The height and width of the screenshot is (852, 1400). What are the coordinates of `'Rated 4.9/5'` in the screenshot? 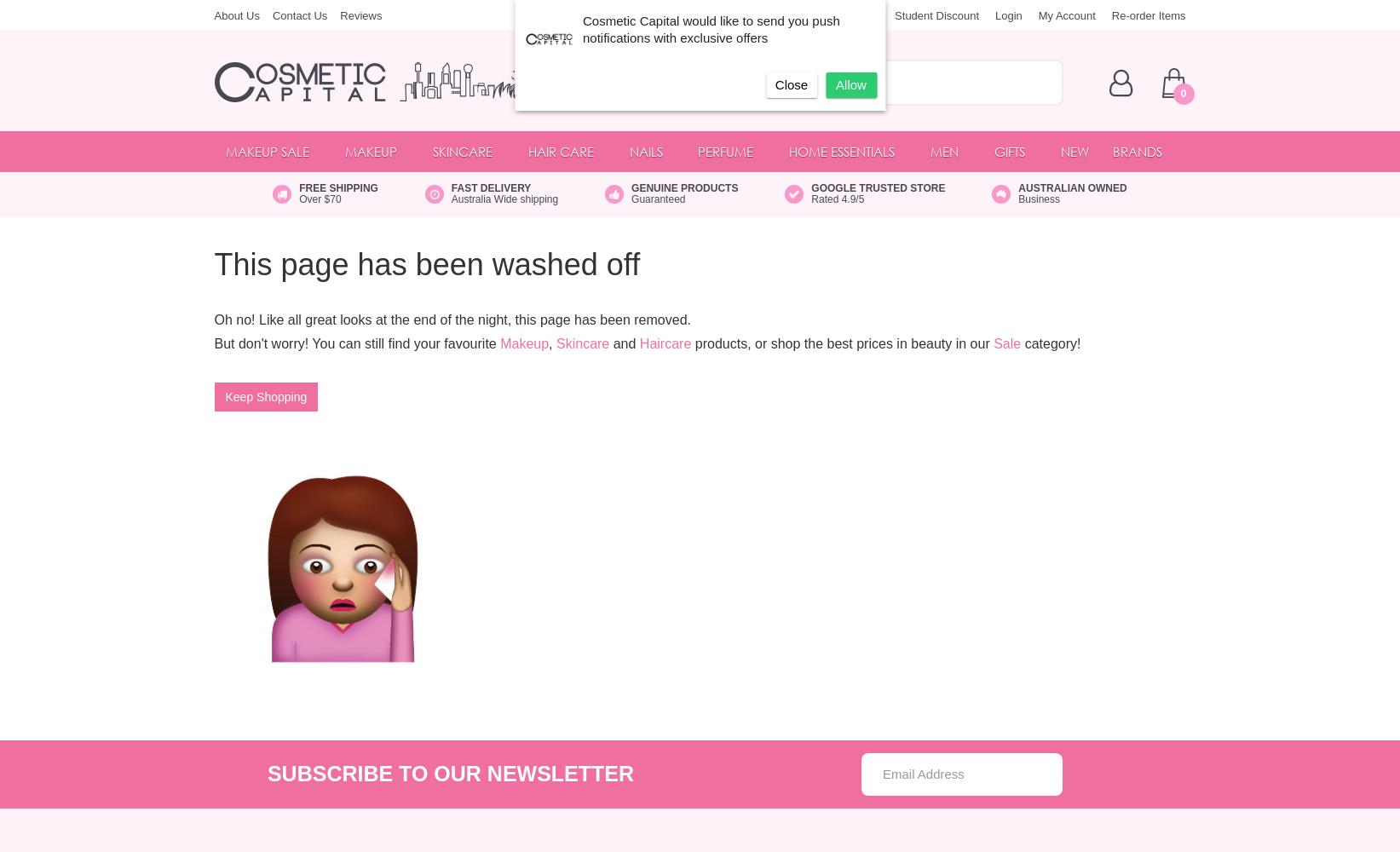 It's located at (838, 199).